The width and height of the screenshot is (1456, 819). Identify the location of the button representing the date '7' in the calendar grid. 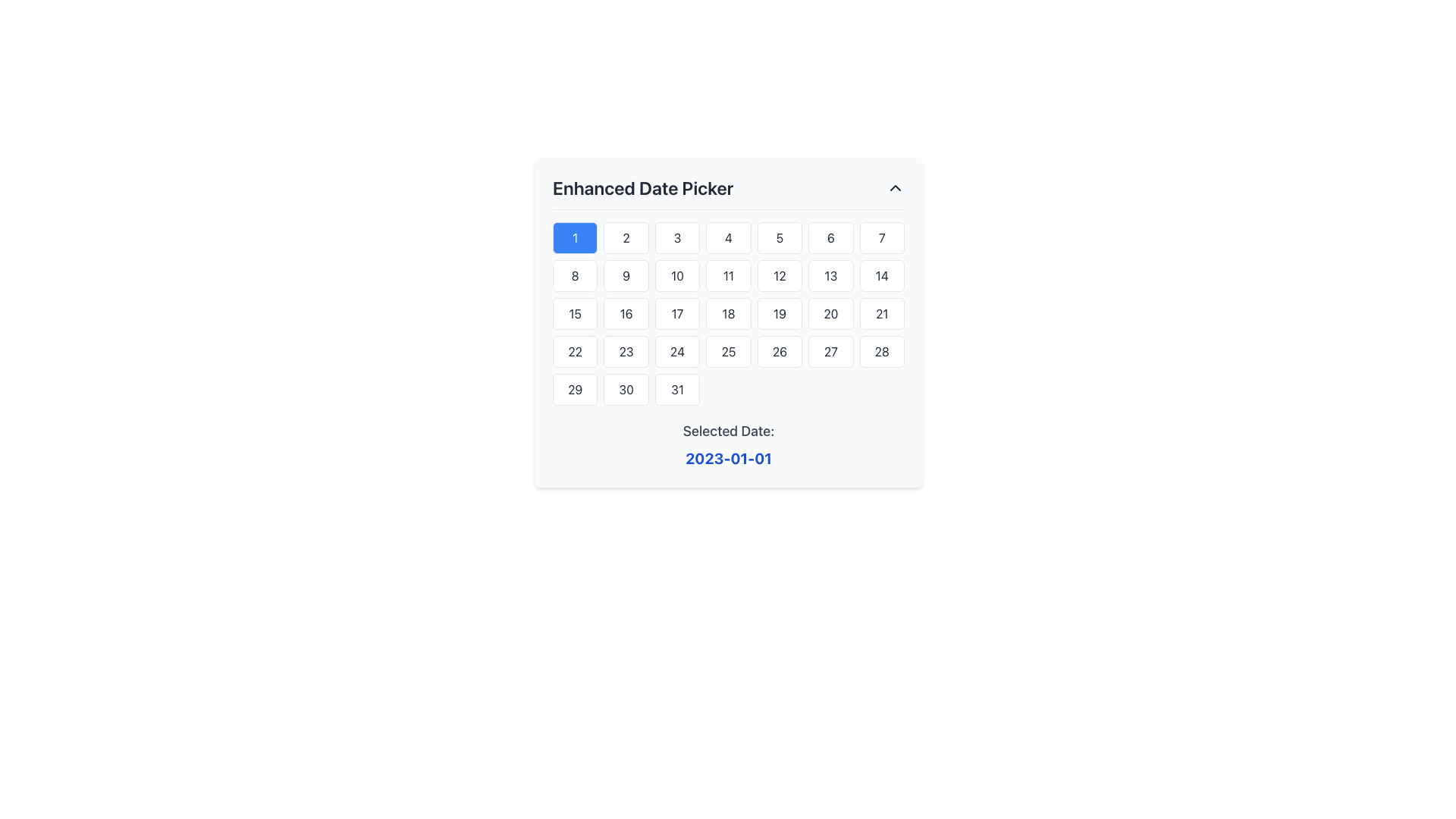
(882, 237).